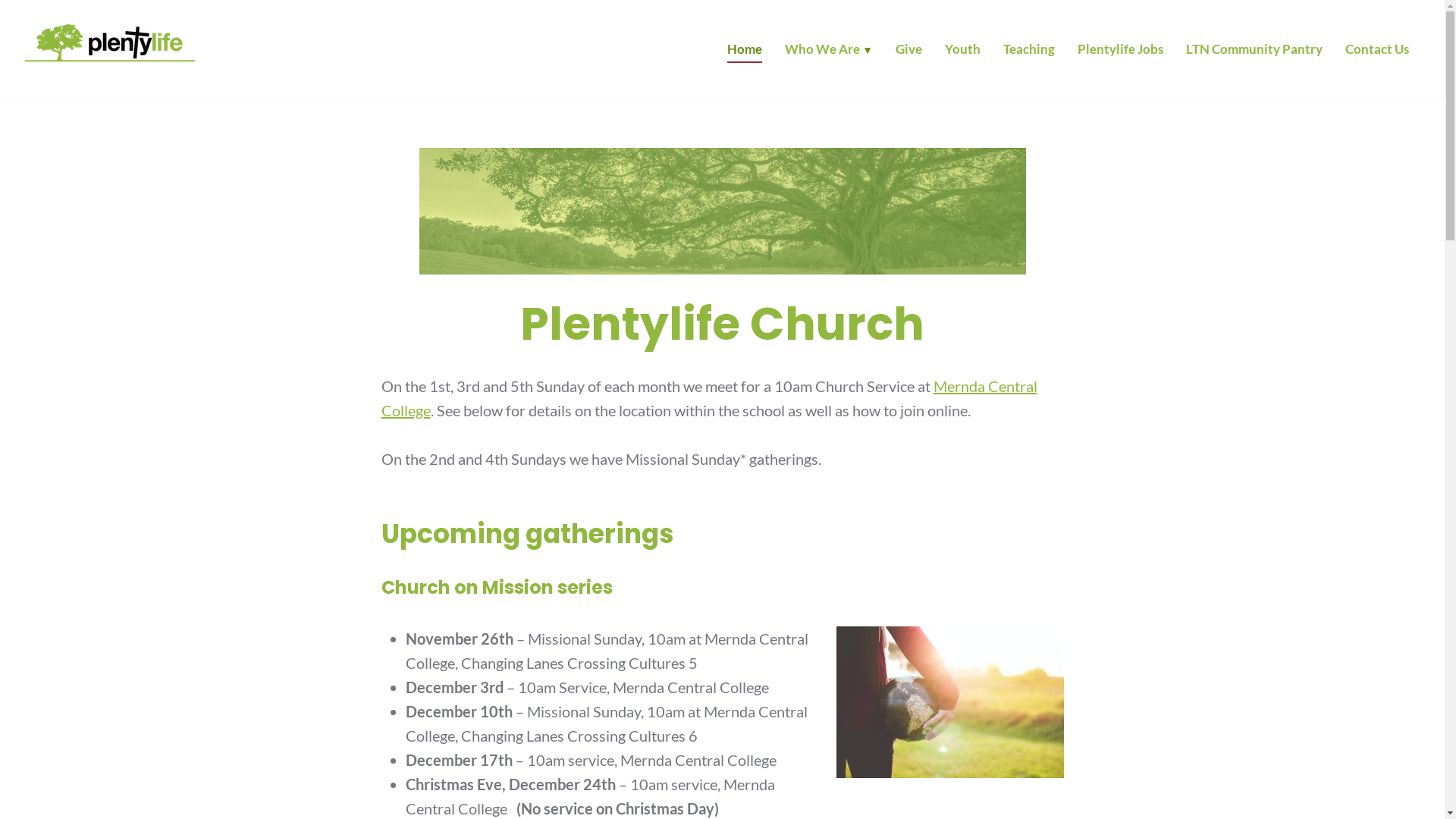 The width and height of the screenshot is (1456, 819). Describe the element at coordinates (1345, 51) in the screenshot. I see `'Contact Us'` at that location.